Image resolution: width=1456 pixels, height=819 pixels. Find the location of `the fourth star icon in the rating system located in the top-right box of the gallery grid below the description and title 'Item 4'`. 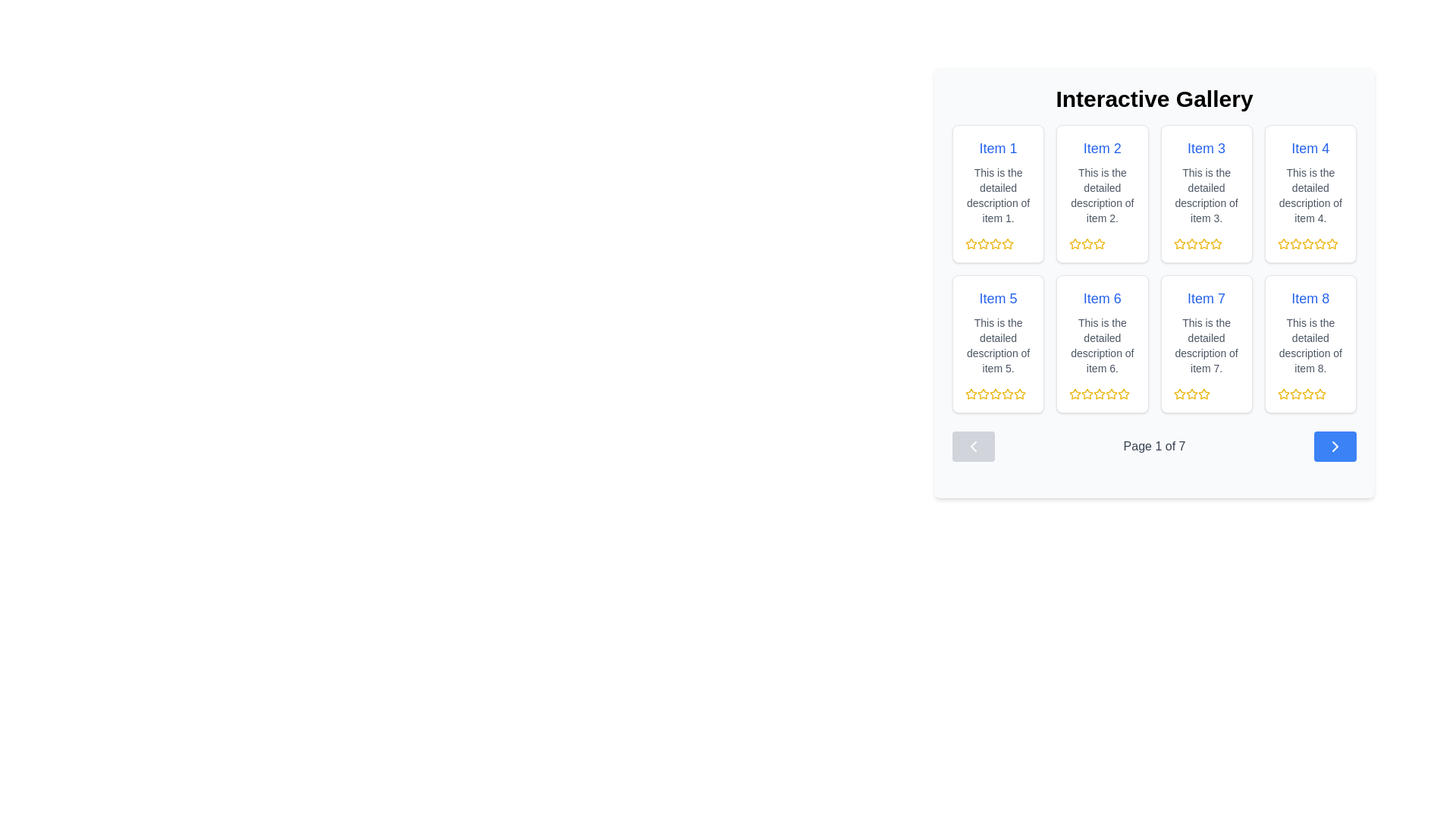

the fourth star icon in the rating system located in the top-right box of the gallery grid below the description and title 'Item 4' is located at coordinates (1307, 243).